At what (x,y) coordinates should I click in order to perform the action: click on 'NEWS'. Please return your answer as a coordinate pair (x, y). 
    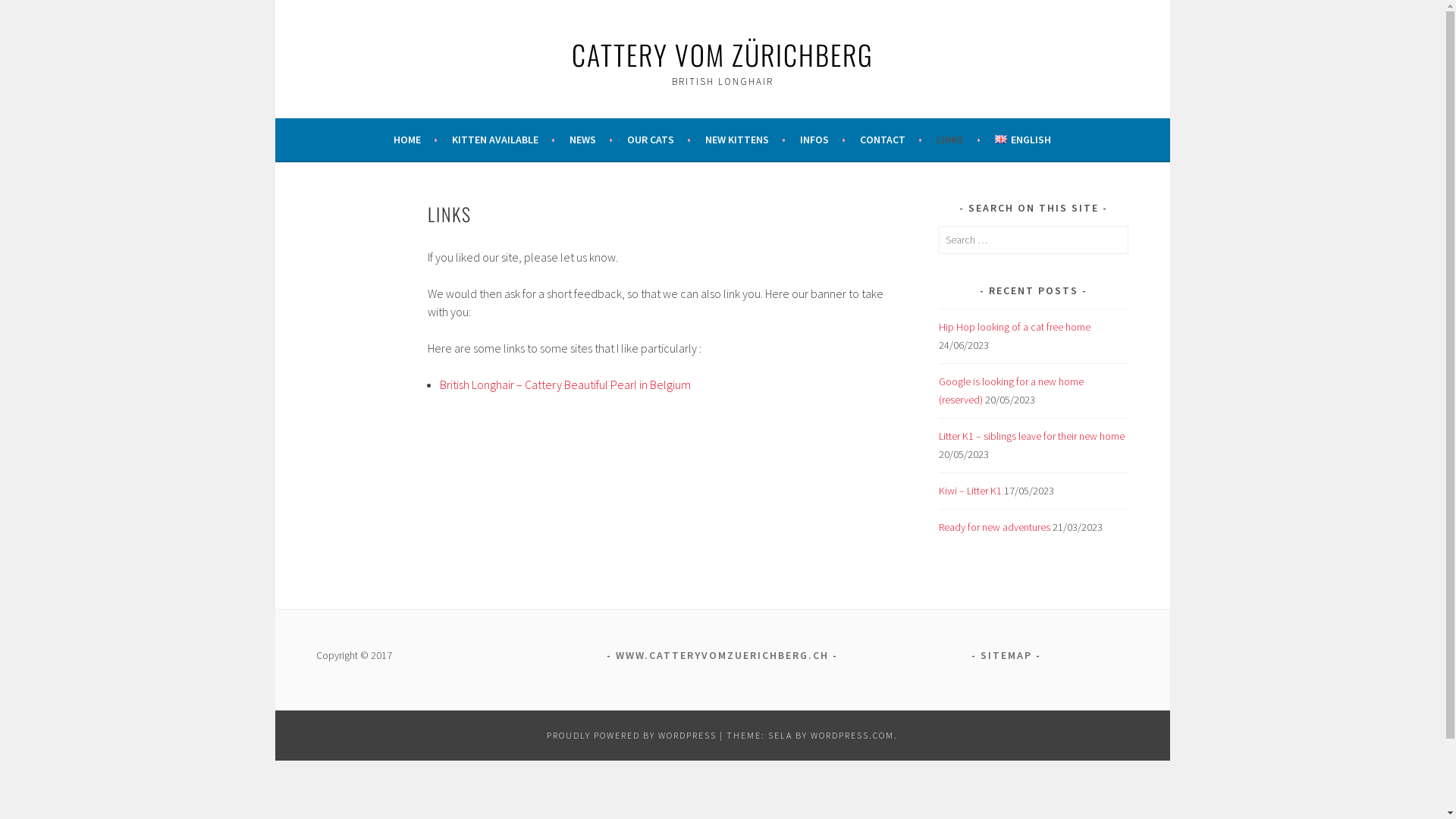
    Looking at the image, I should click on (590, 140).